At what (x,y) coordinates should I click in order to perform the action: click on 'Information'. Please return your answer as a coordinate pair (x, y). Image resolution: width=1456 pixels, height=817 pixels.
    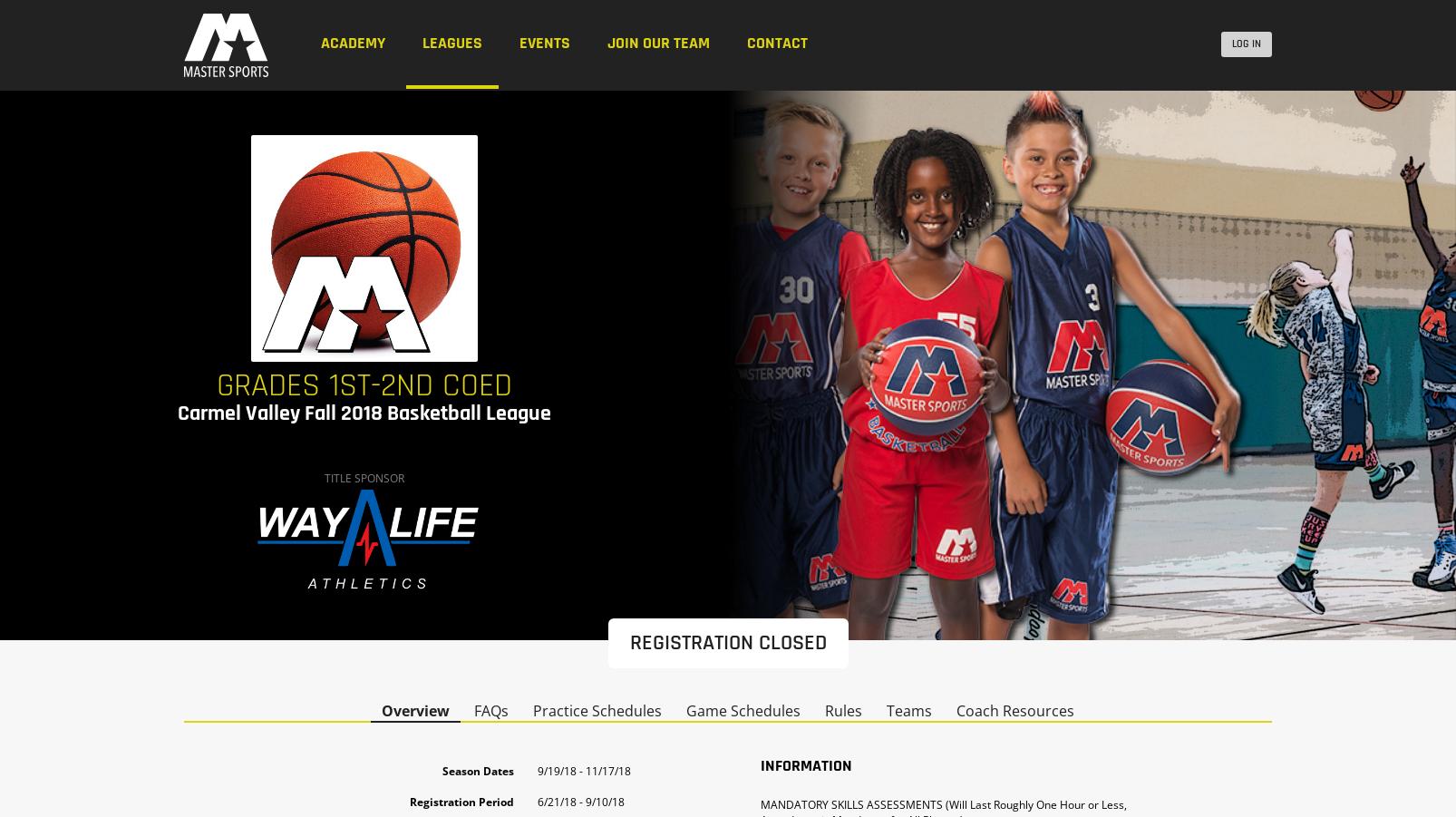
    Looking at the image, I should click on (806, 765).